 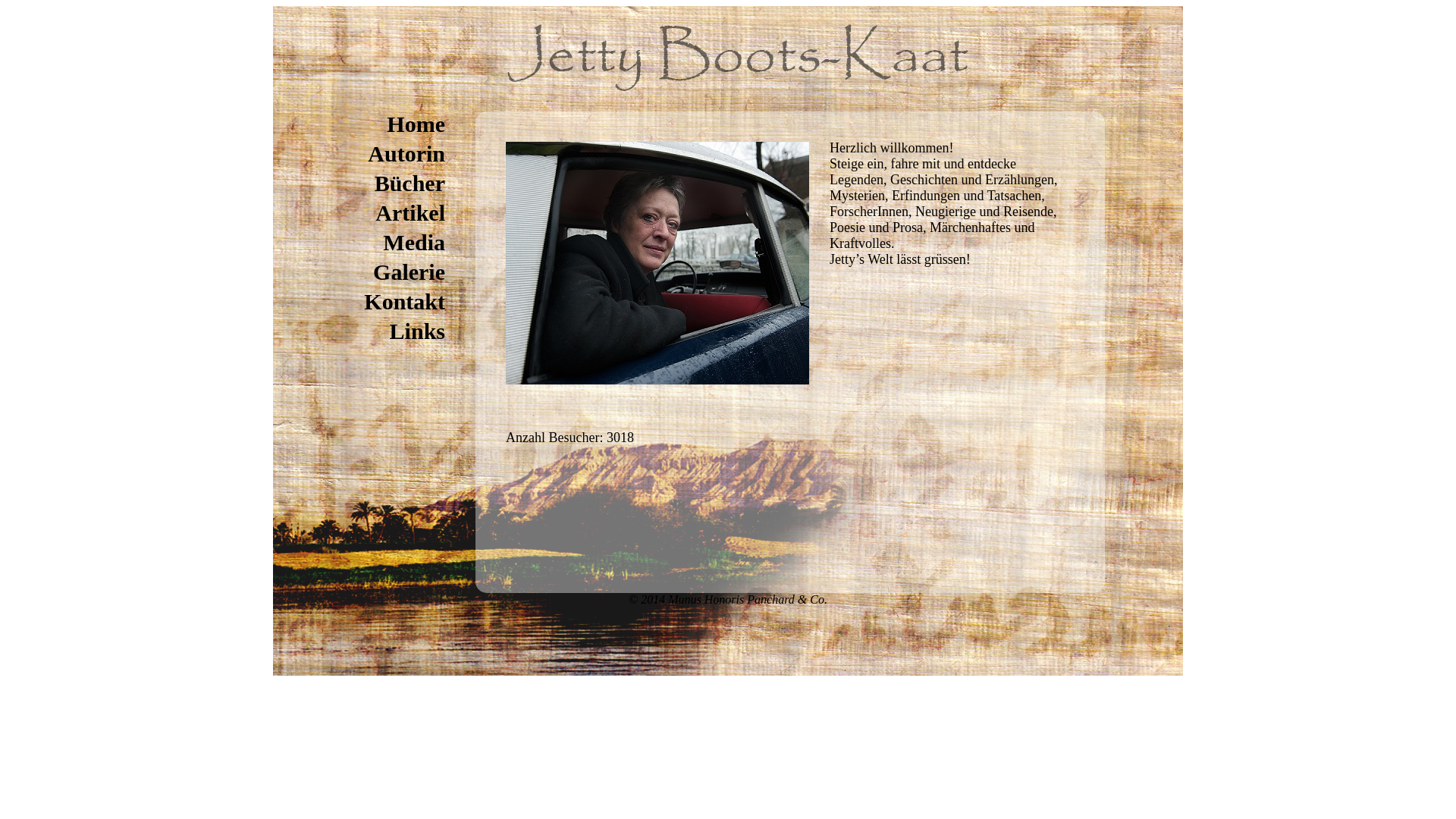 I want to click on 'Autorin', so click(x=406, y=153).